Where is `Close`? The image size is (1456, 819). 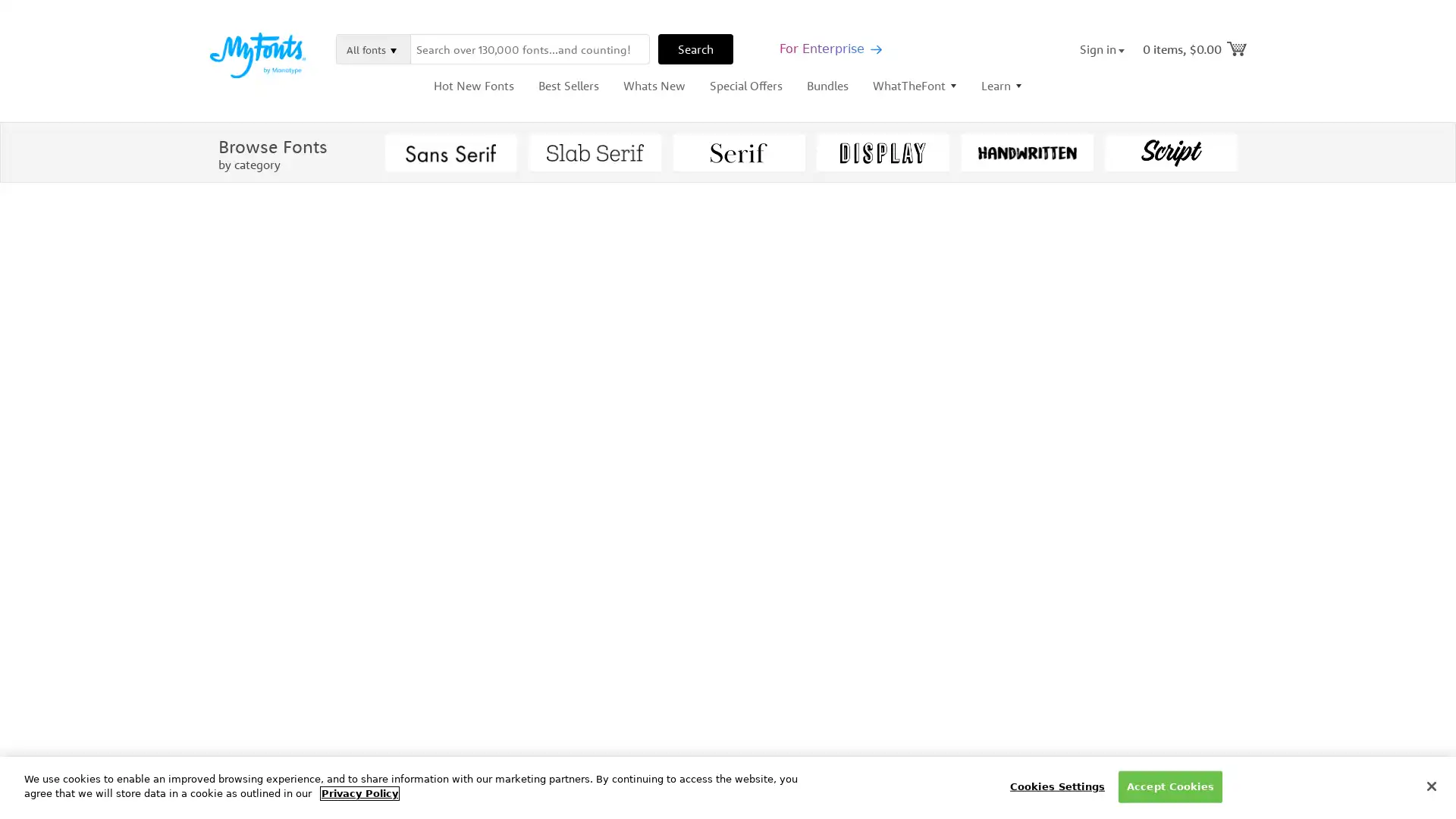
Close is located at coordinates (1430, 785).